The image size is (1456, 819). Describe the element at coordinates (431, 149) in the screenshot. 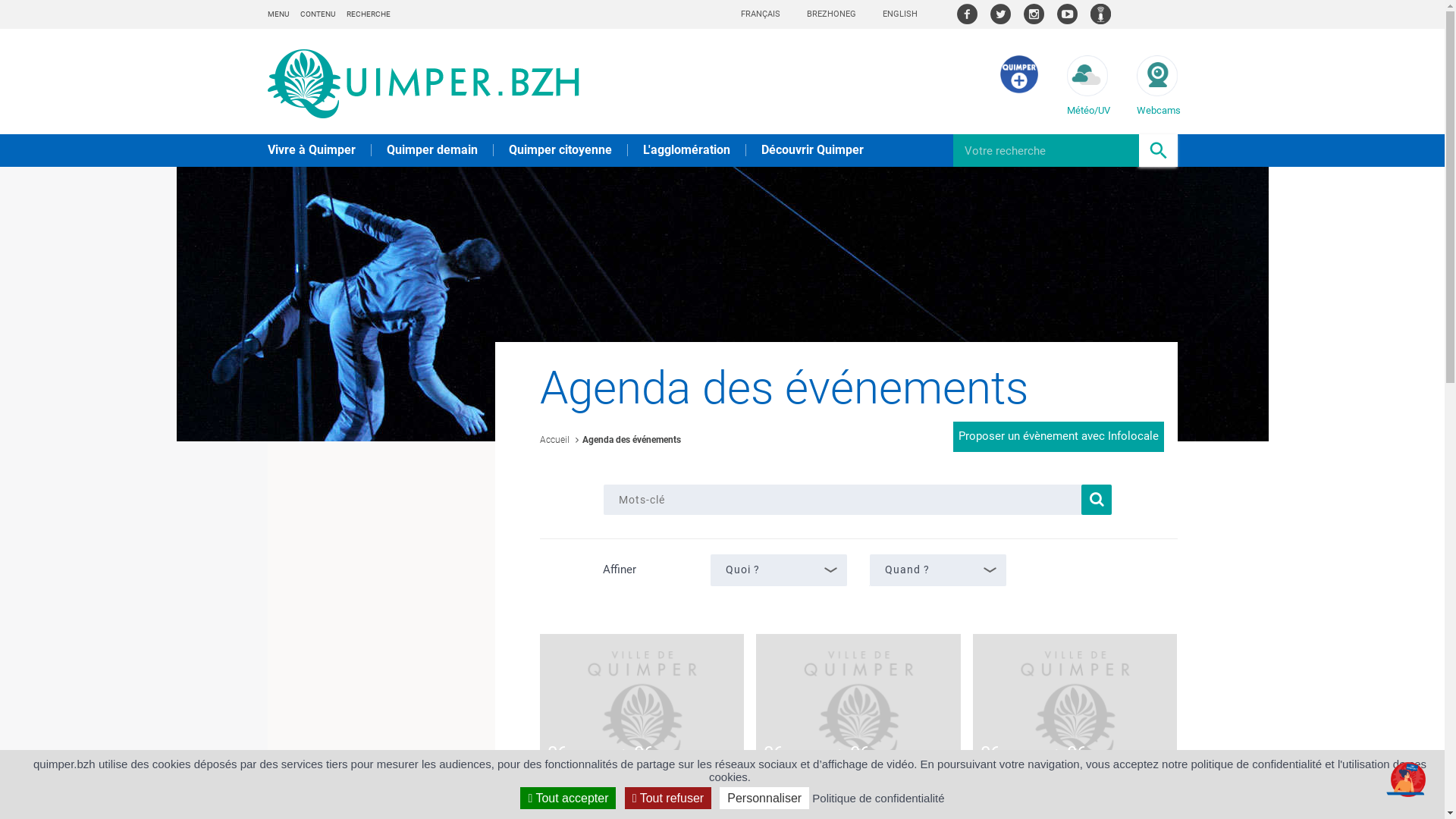

I see `'Quimper demain'` at that location.